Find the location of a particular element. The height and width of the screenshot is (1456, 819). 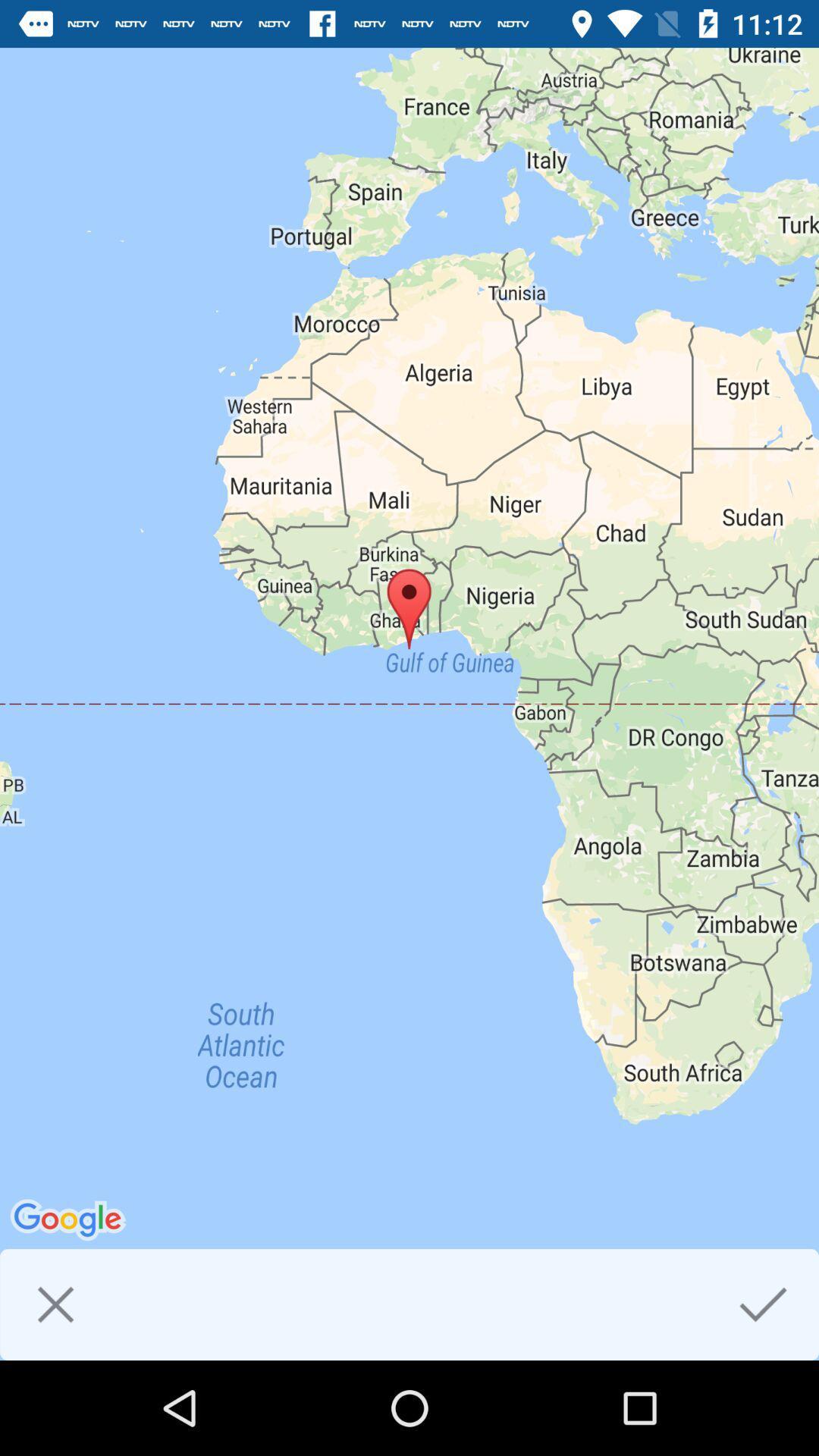

the icon at the bottom right corner is located at coordinates (763, 1304).